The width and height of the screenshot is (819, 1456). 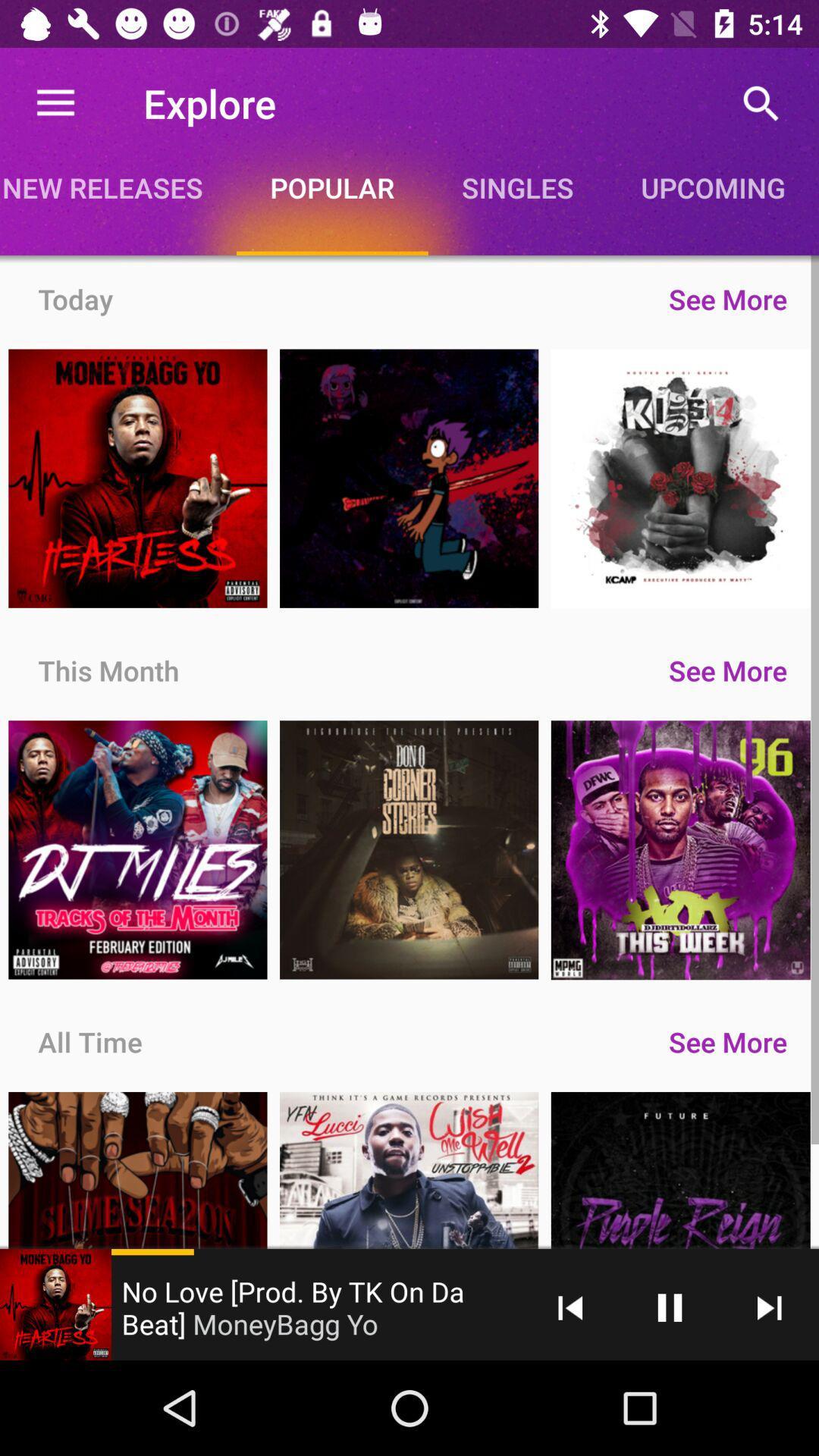 I want to click on the item above see more, so click(x=516, y=187).